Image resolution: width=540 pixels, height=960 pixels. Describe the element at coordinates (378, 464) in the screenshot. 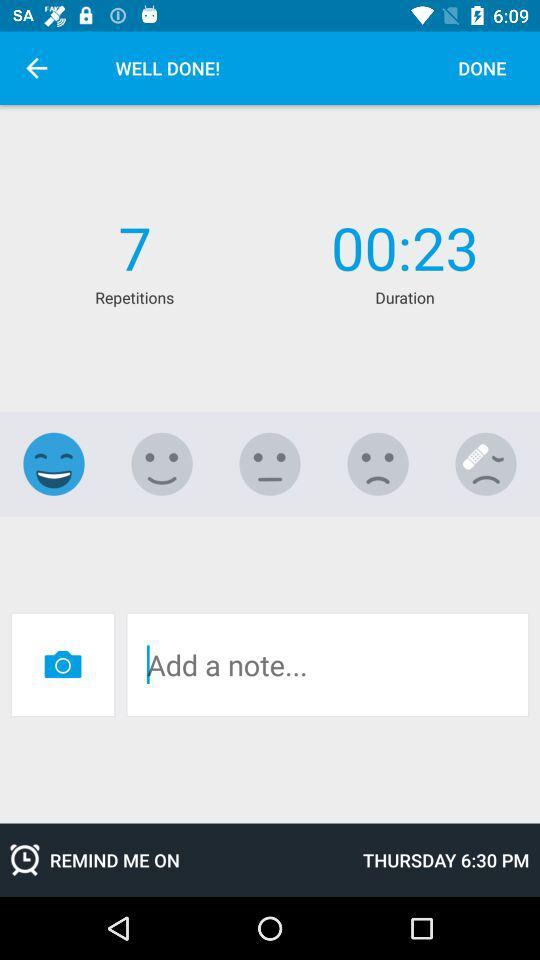

I see `slightly dislike select` at that location.